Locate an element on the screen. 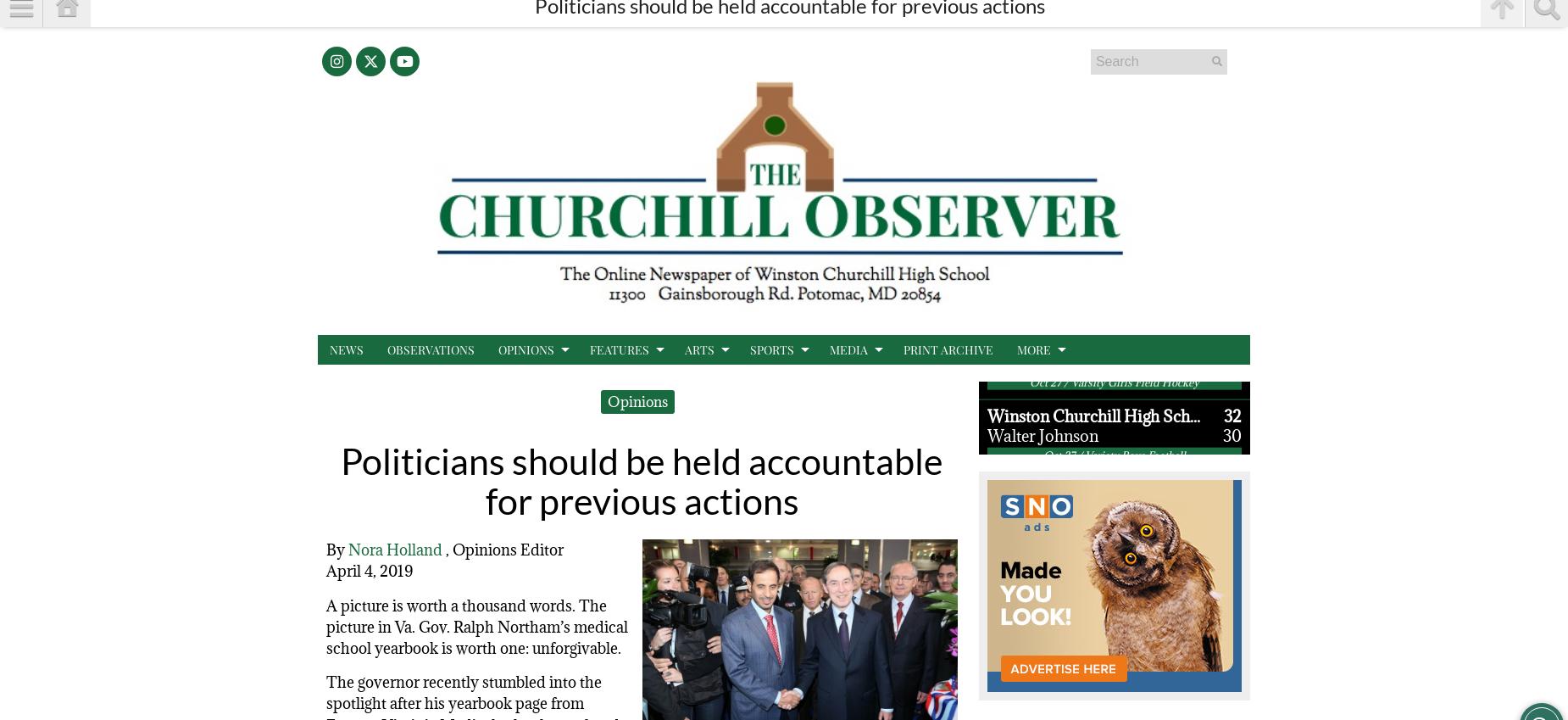 This screenshot has width=1568, height=720. 'Nora Holland' is located at coordinates (397, 550).